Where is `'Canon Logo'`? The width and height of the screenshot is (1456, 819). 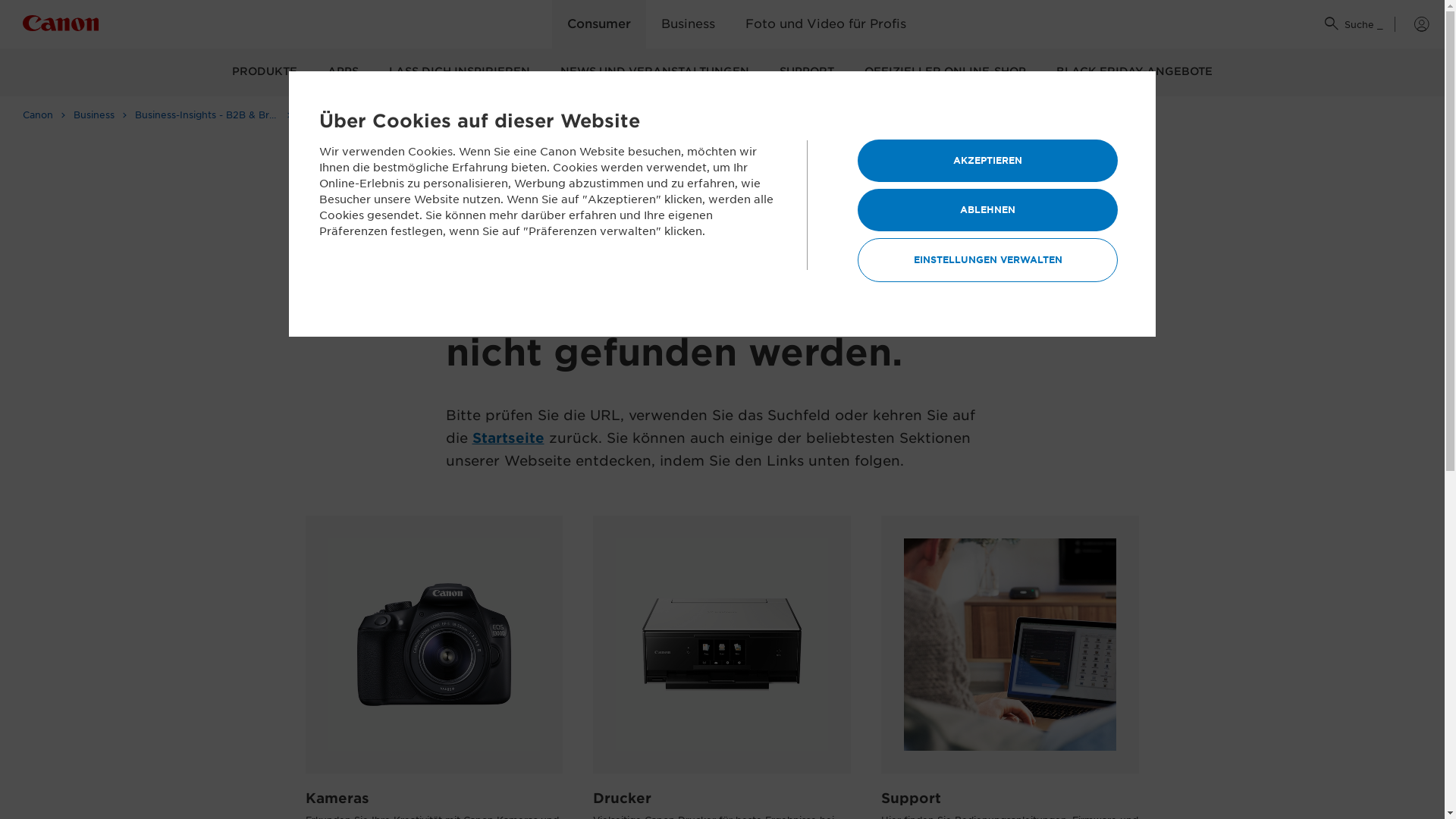 'Canon Logo' is located at coordinates (61, 26).